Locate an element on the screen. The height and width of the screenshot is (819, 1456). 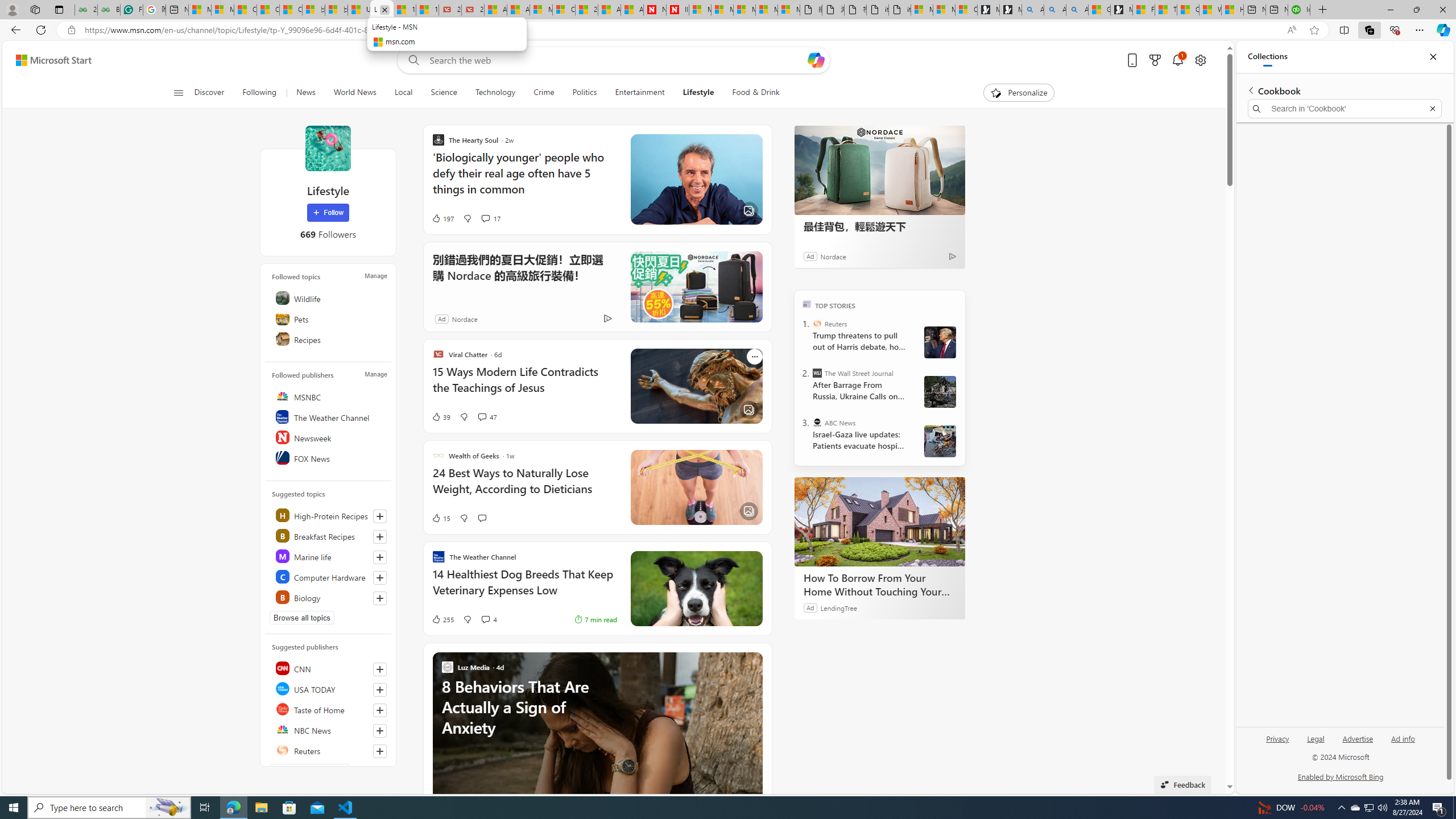
'Best SSL Certificates Provider in India - GeeksforGeeks' is located at coordinates (109, 9).